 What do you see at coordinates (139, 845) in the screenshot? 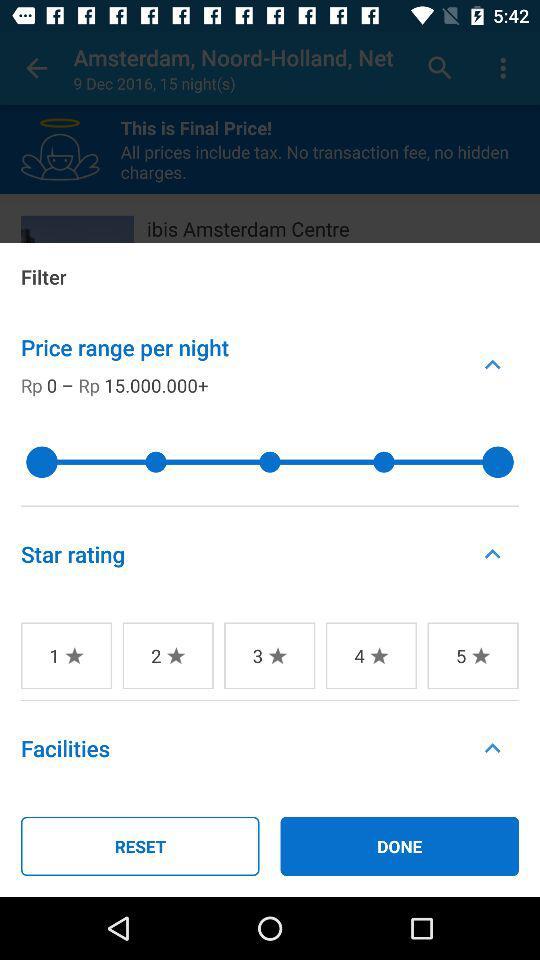
I see `reset icon` at bounding box center [139, 845].